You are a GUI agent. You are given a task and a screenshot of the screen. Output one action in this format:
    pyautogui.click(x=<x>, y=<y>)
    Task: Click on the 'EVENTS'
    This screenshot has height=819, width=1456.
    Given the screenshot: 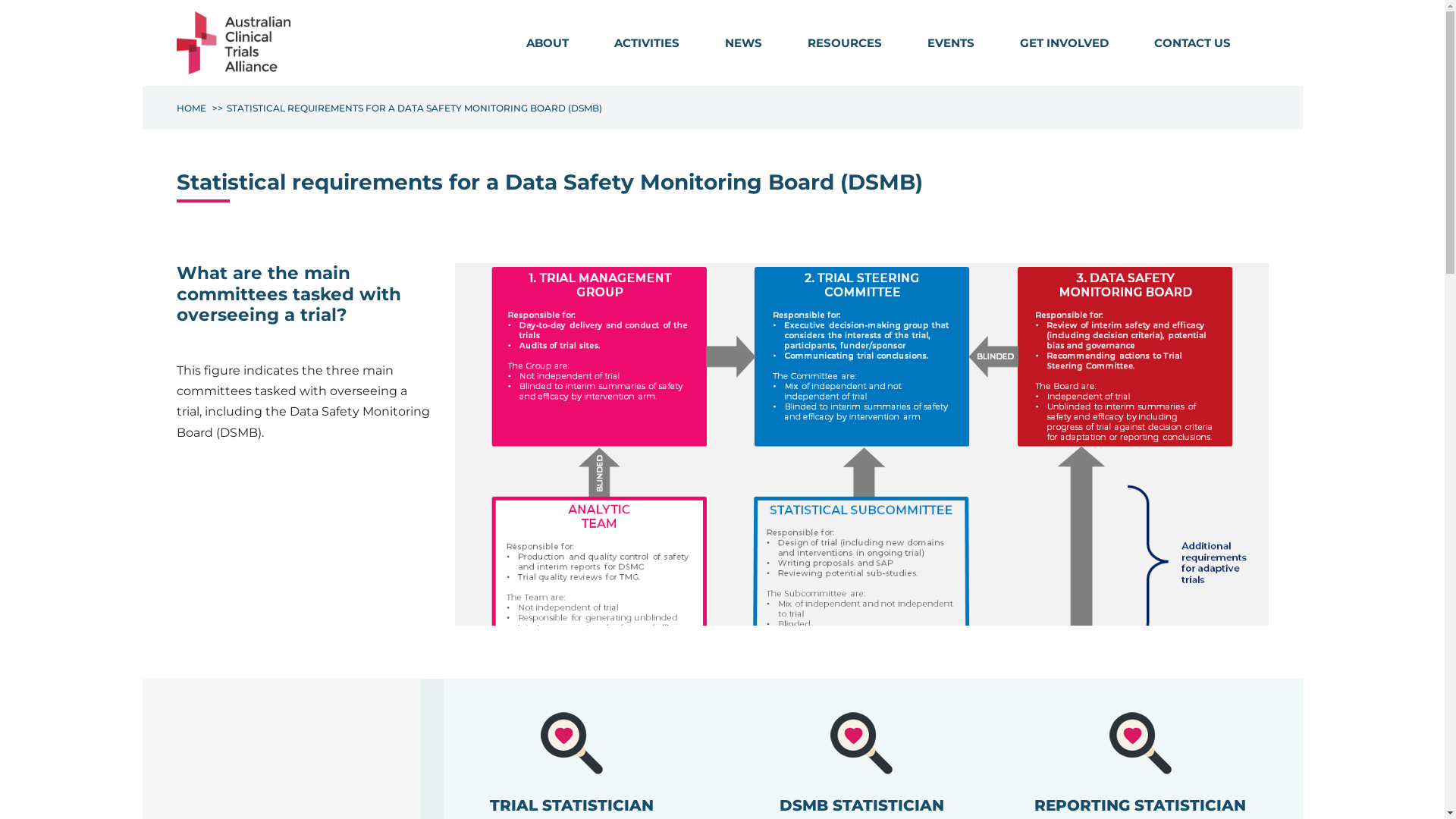 What is the action you would take?
    pyautogui.click(x=949, y=42)
    